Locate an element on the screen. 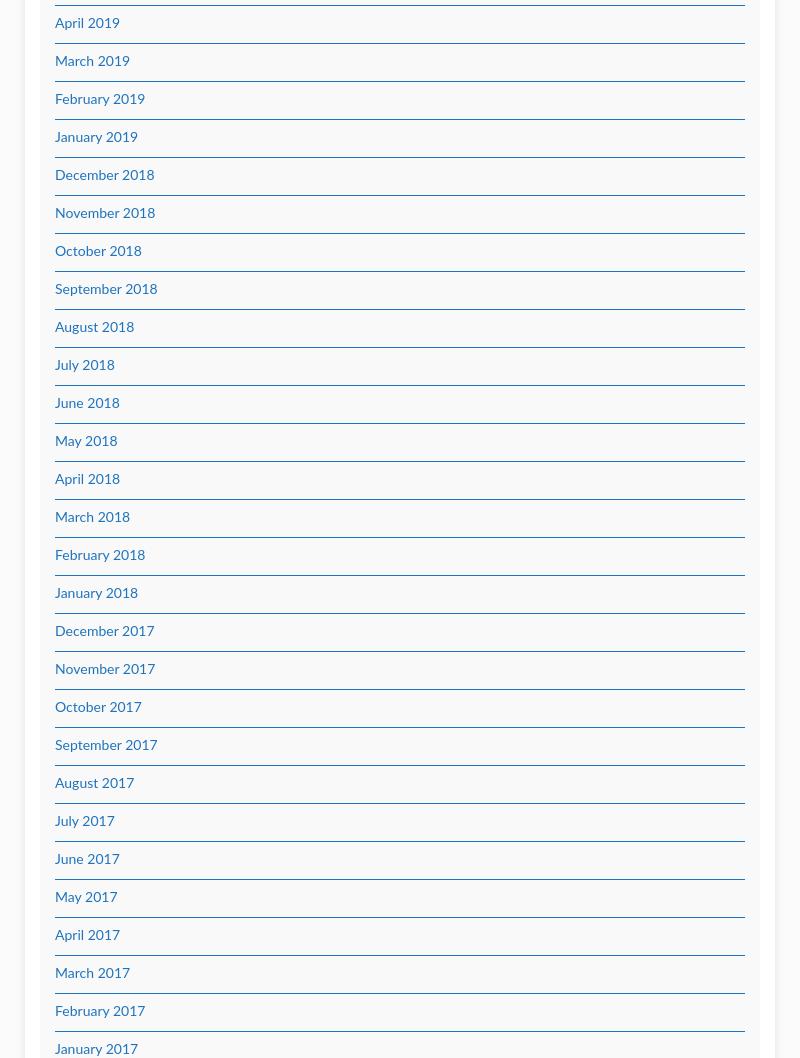 The image size is (800, 1058). 'March 2019' is located at coordinates (92, 61).